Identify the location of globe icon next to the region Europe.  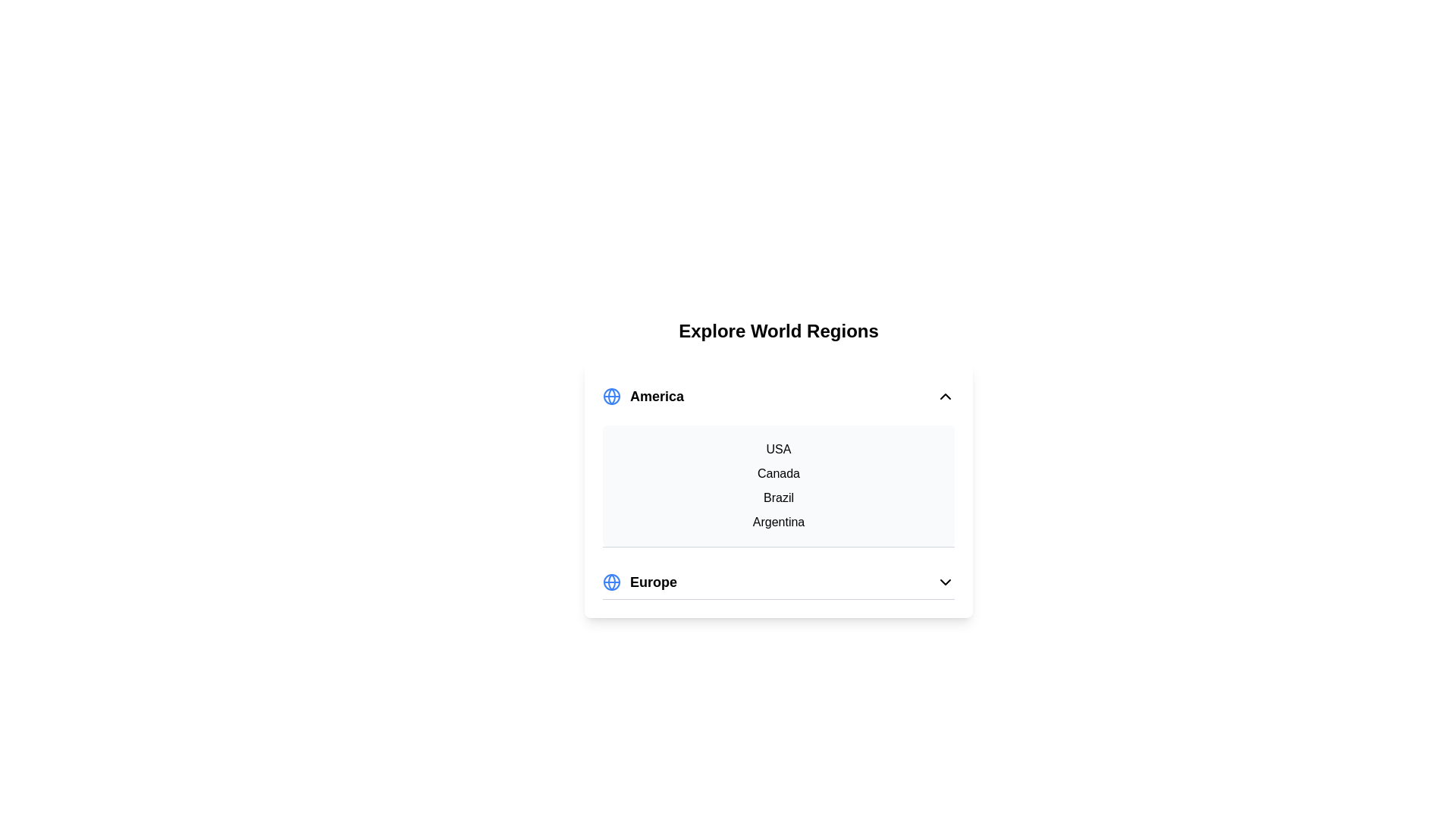
(611, 581).